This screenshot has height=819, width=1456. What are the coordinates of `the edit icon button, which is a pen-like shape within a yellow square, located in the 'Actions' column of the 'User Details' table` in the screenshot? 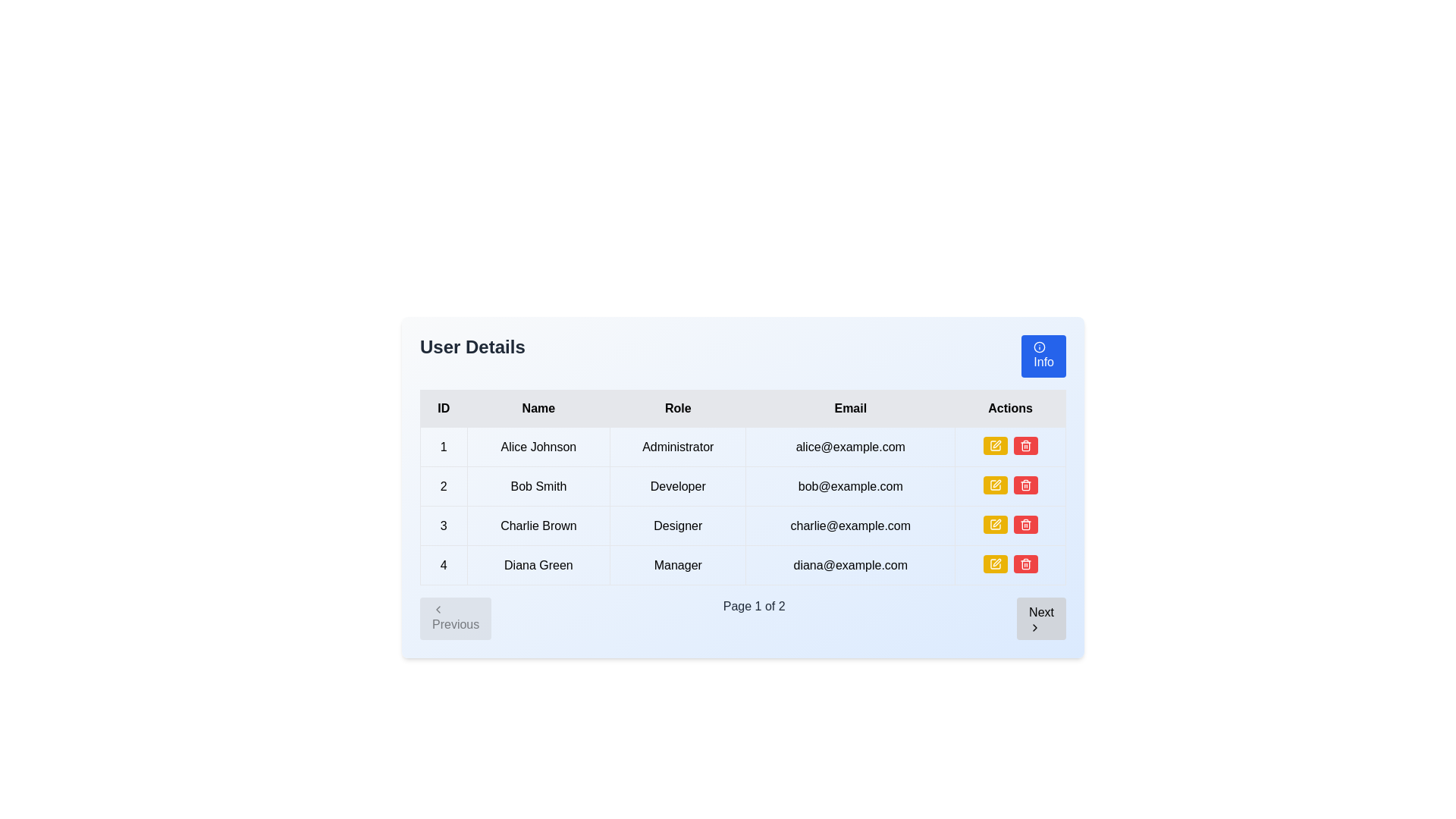 It's located at (995, 444).